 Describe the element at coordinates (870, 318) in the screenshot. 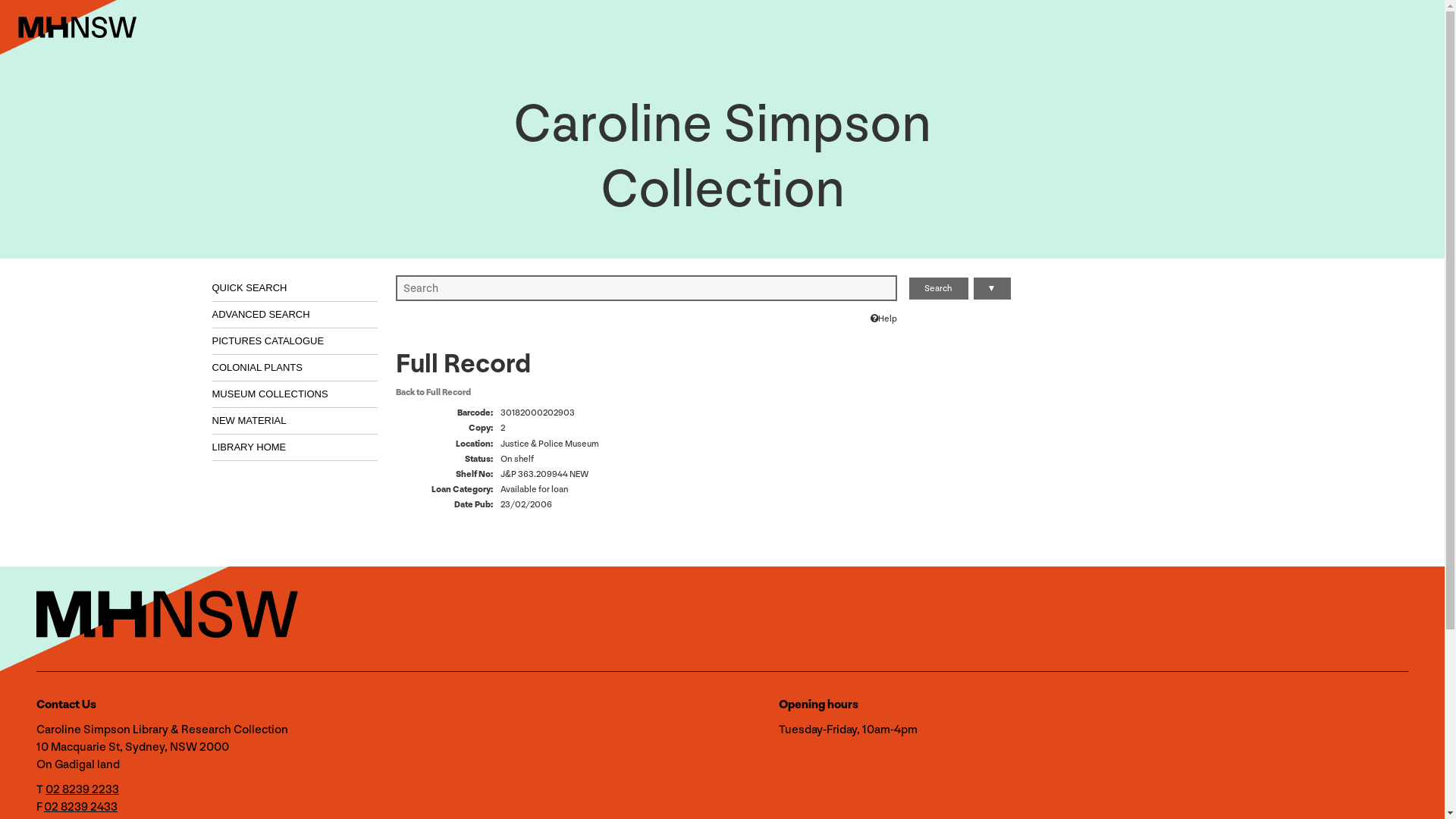

I see `'Help'` at that location.